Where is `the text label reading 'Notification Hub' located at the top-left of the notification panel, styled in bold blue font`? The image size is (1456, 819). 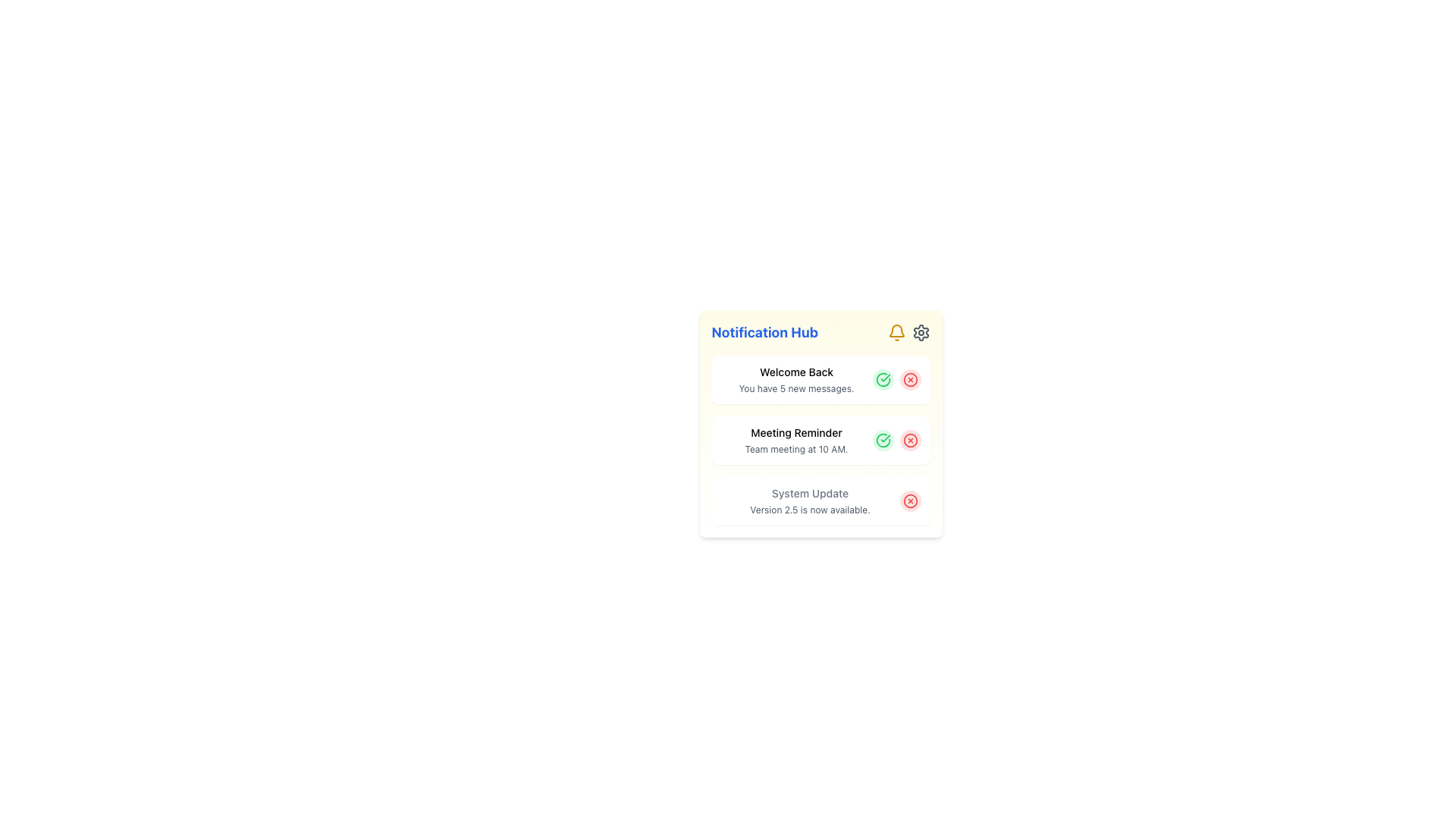
the text label reading 'Notification Hub' located at the top-left of the notification panel, styled in bold blue font is located at coordinates (764, 332).